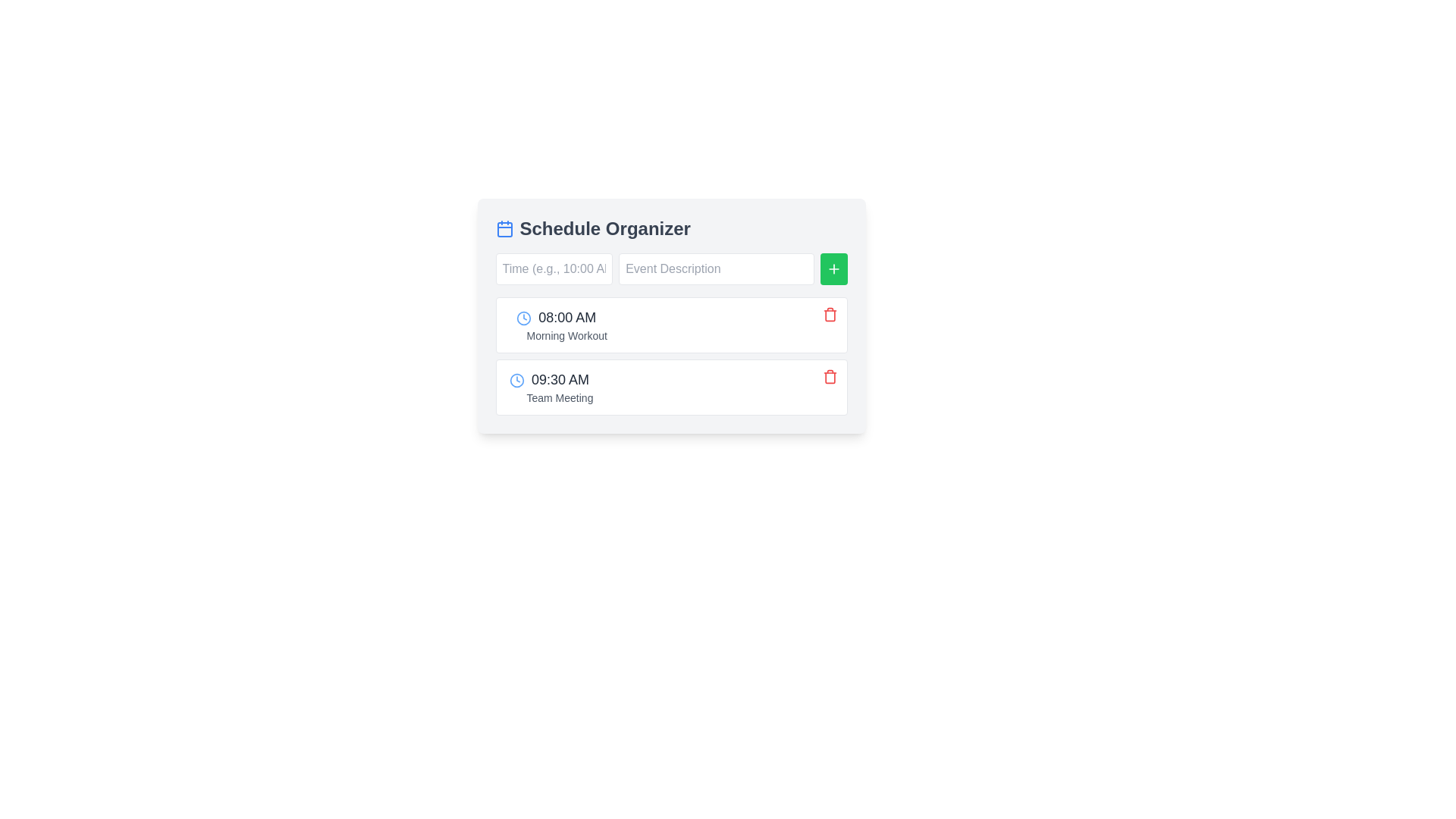  What do you see at coordinates (829, 314) in the screenshot?
I see `the delete icon button for the '08:00 AM Morning Workout' event in the schedule organizer` at bounding box center [829, 314].